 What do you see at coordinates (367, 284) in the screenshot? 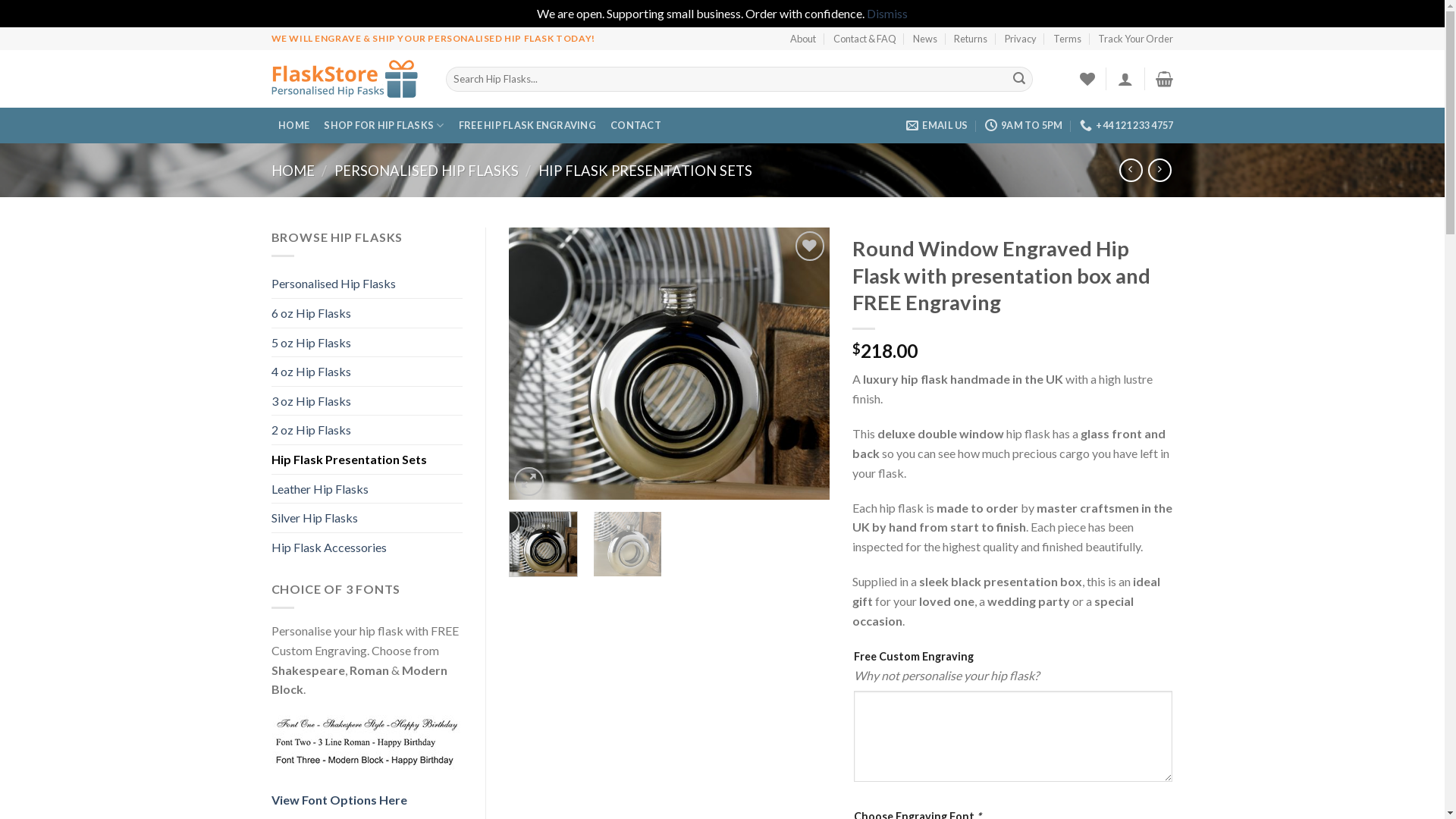
I see `'Personalised Hip Flasks'` at bounding box center [367, 284].